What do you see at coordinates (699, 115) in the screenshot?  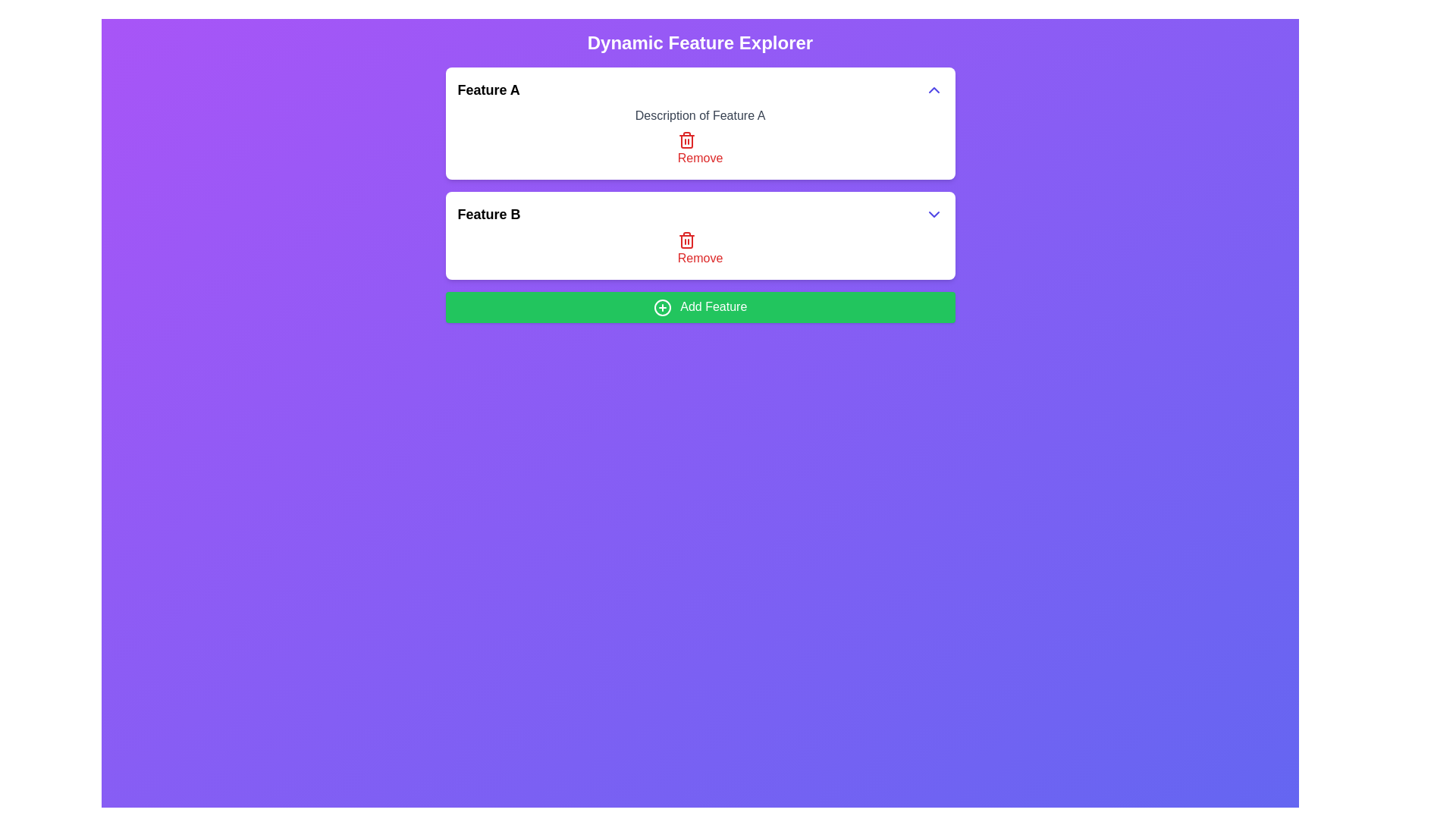 I see `the text label that provides additional details about 'Feature A', located centrally below the header 'Feature A' and above the 'Remove' text` at bounding box center [699, 115].